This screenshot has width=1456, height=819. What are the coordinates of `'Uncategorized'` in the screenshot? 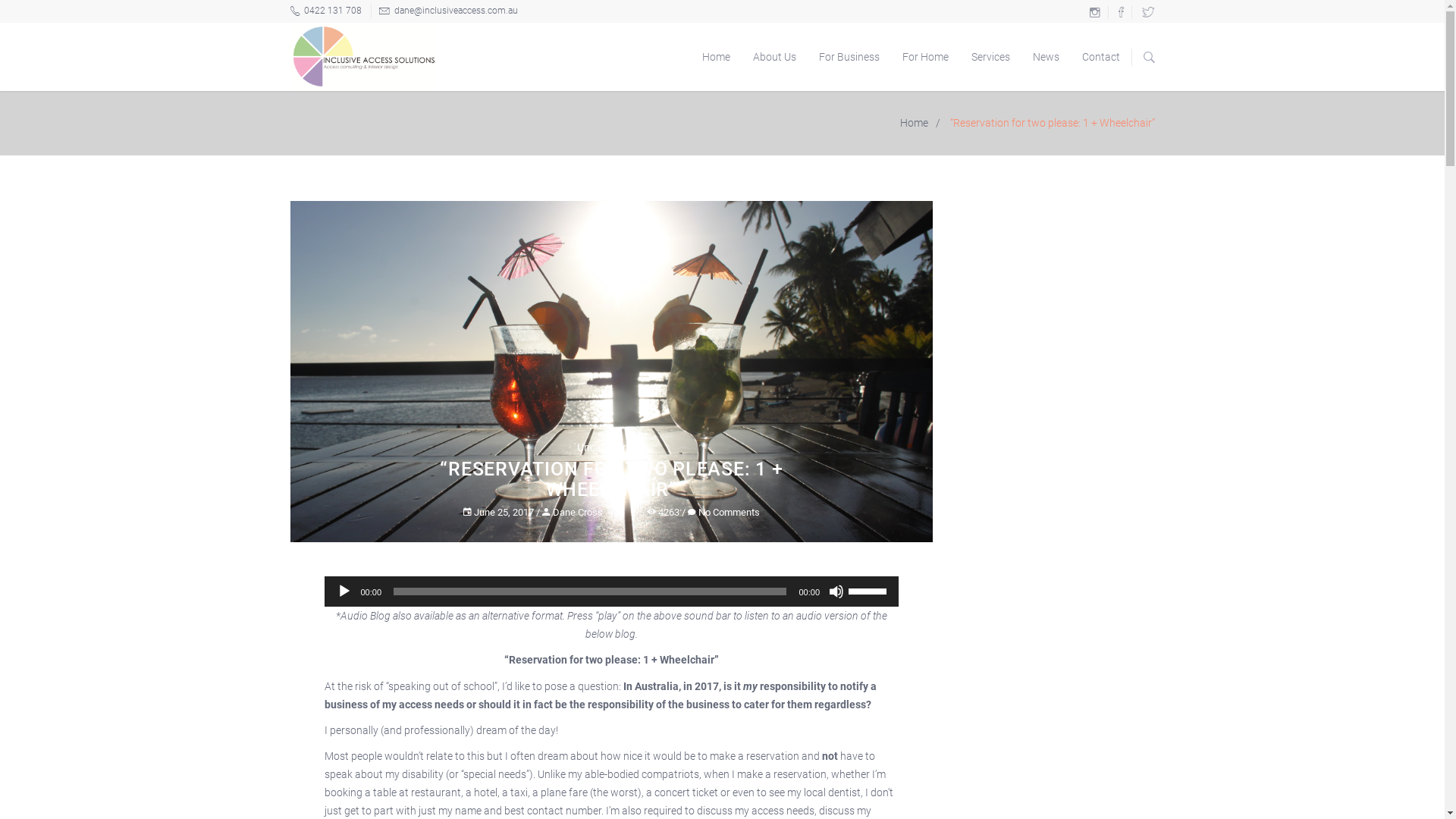 It's located at (611, 447).